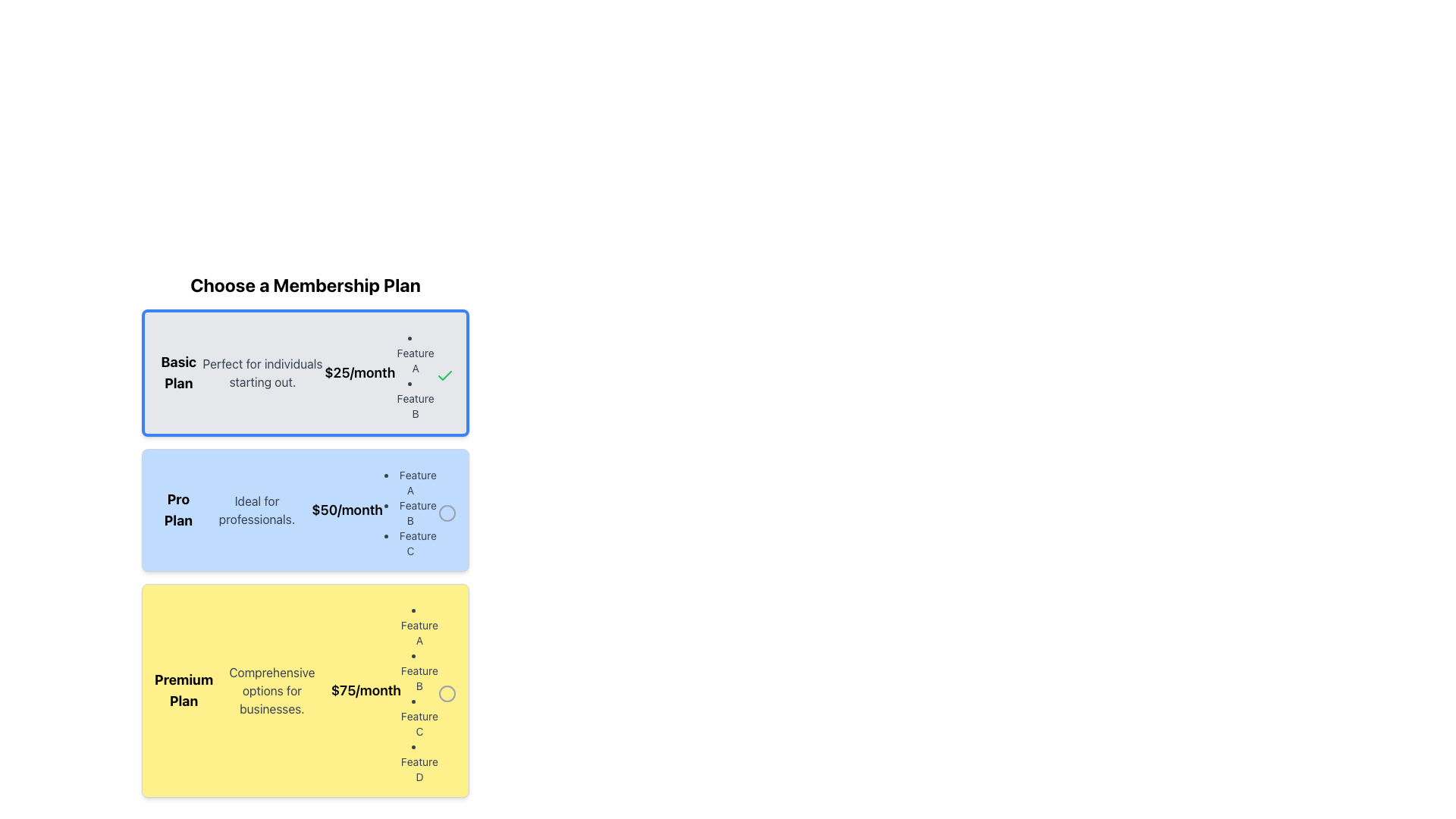 The image size is (1456, 819). I want to click on the text list containing 'Feature A' and 'Feature B' located in the lower-right section of the 'Basic Plan' card, so click(416, 373).